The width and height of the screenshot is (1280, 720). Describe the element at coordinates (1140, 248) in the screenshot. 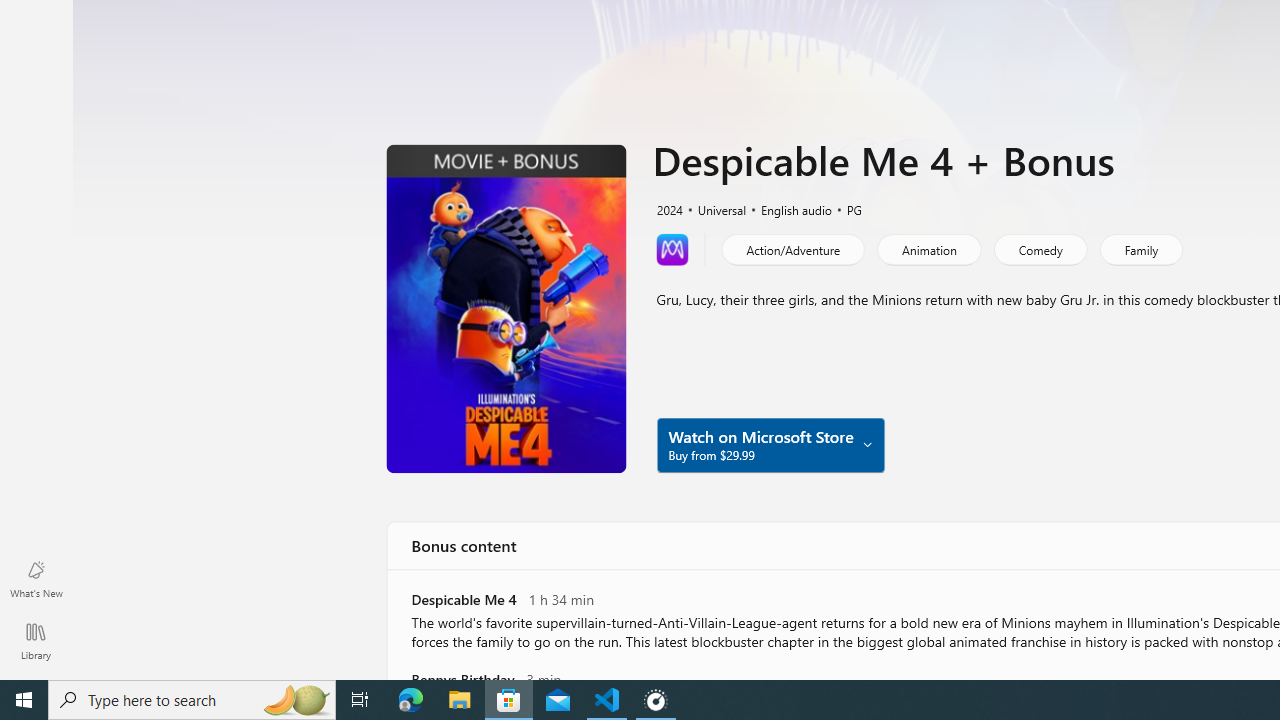

I see `'Family'` at that location.